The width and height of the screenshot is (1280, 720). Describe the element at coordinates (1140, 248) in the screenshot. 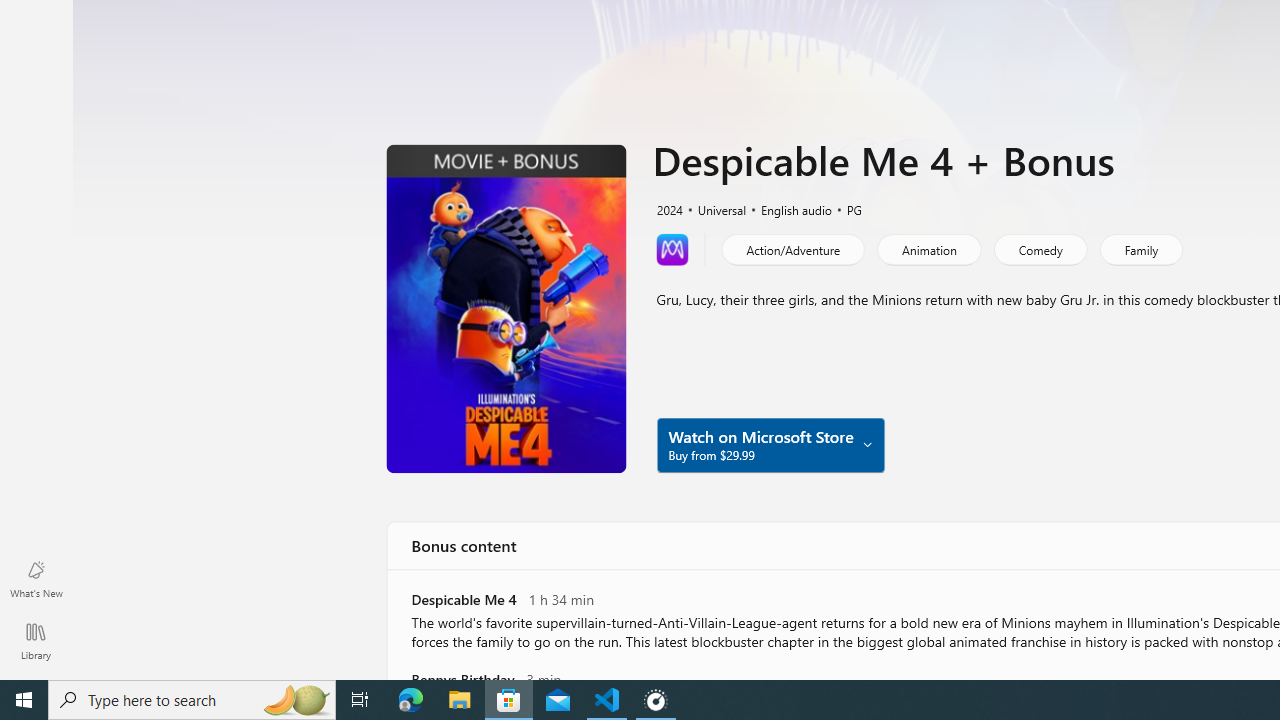

I see `'Family'` at that location.